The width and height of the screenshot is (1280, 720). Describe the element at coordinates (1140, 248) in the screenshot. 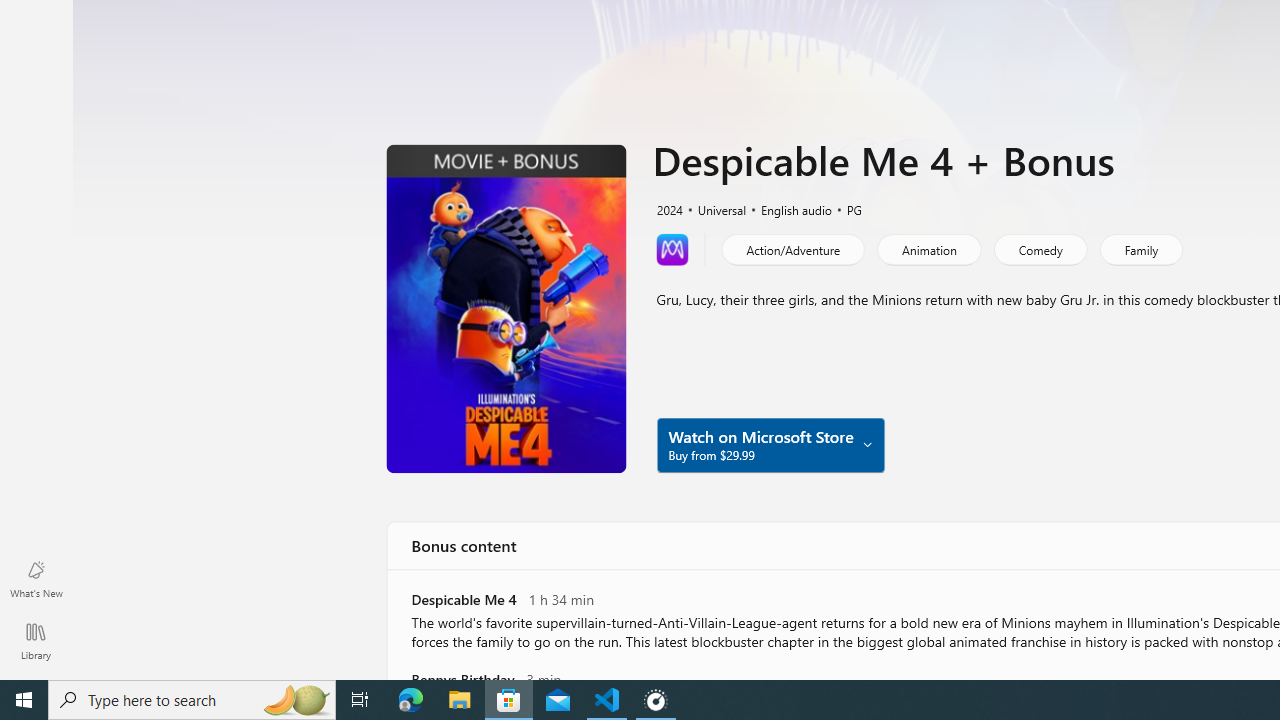

I see `'Family'` at that location.